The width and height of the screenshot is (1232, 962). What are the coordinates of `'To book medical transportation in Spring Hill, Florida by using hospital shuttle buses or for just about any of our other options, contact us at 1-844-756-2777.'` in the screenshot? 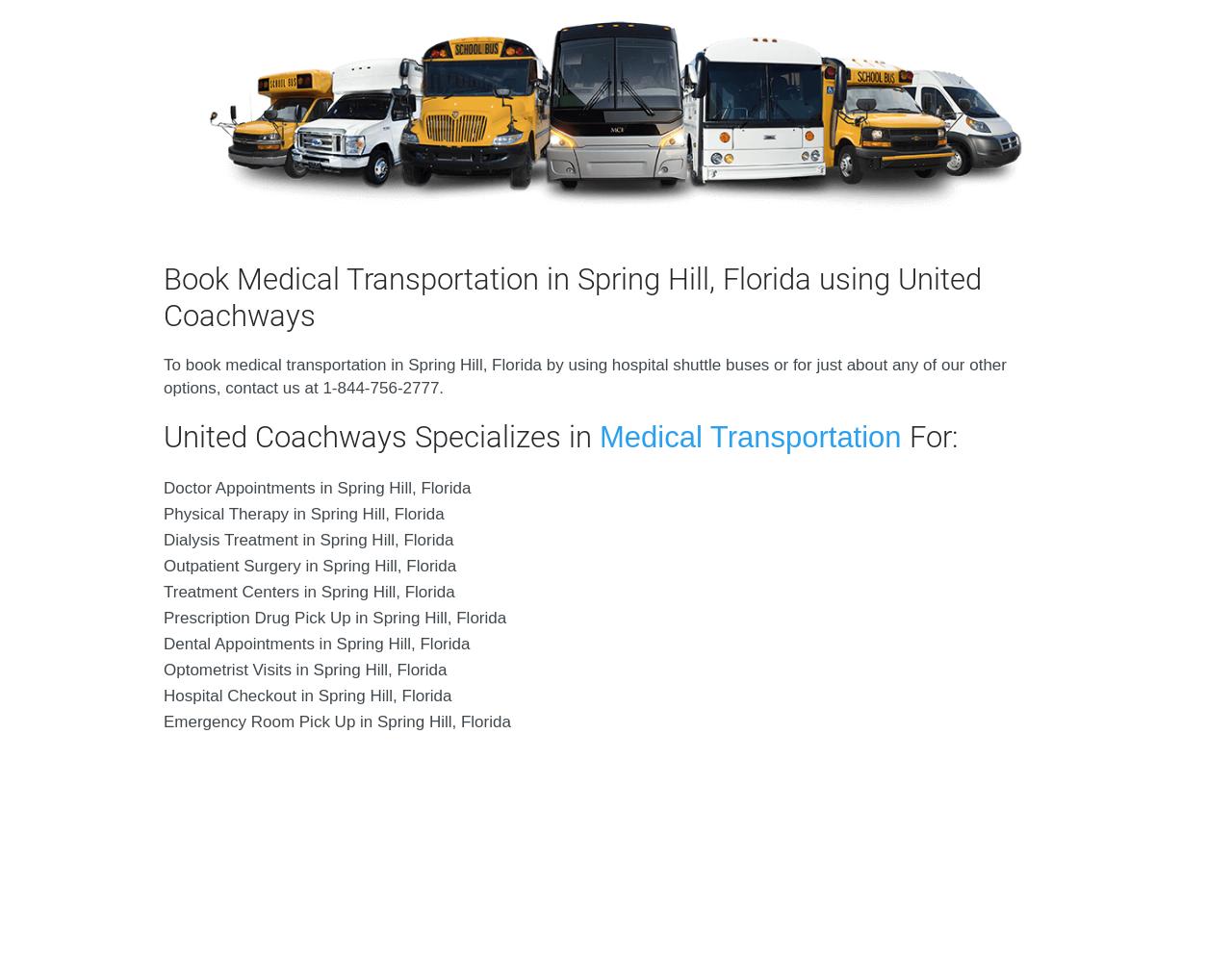 It's located at (583, 376).